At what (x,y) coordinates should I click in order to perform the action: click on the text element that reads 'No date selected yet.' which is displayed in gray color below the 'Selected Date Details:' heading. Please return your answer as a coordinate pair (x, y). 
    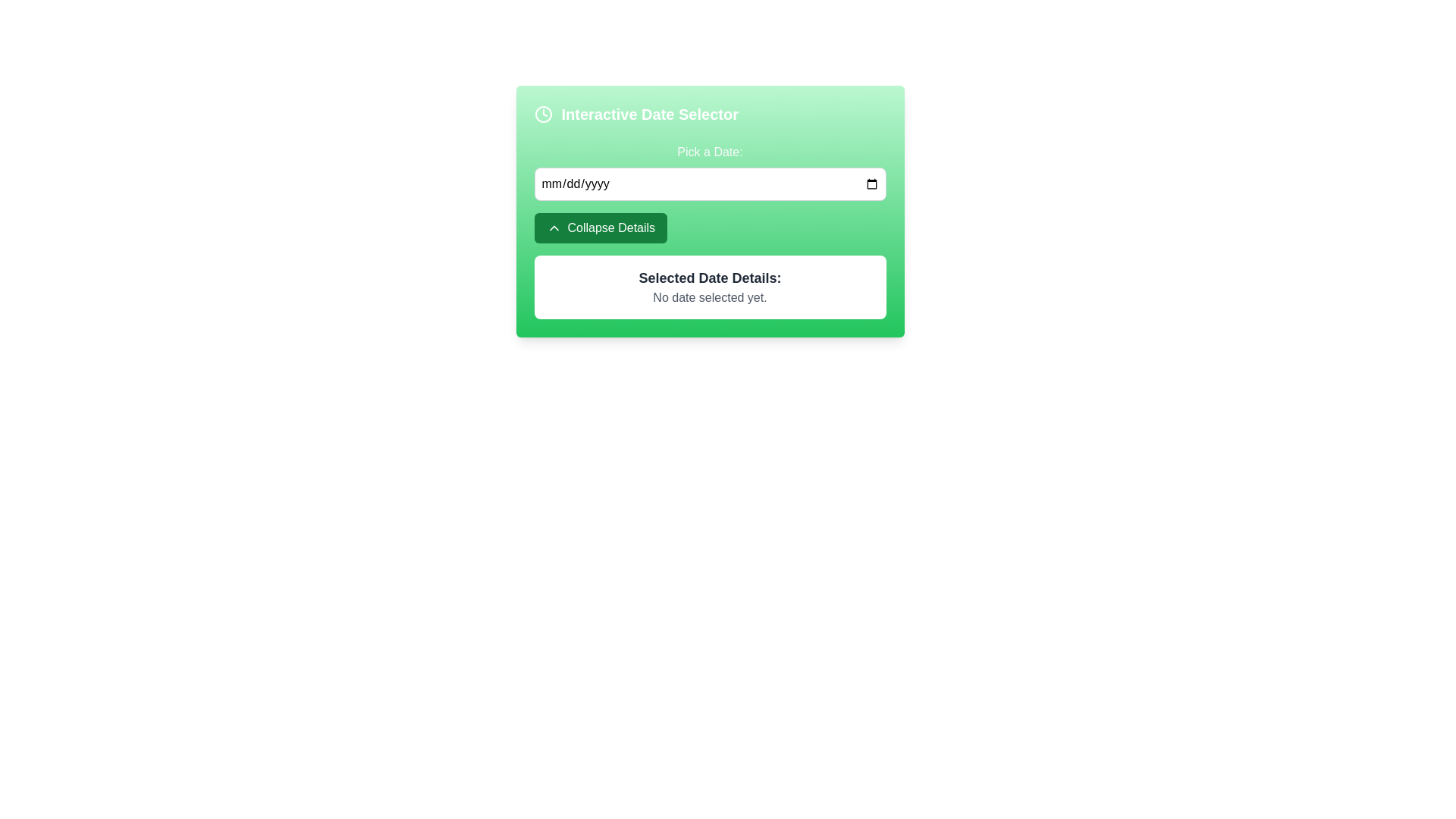
    Looking at the image, I should click on (709, 298).